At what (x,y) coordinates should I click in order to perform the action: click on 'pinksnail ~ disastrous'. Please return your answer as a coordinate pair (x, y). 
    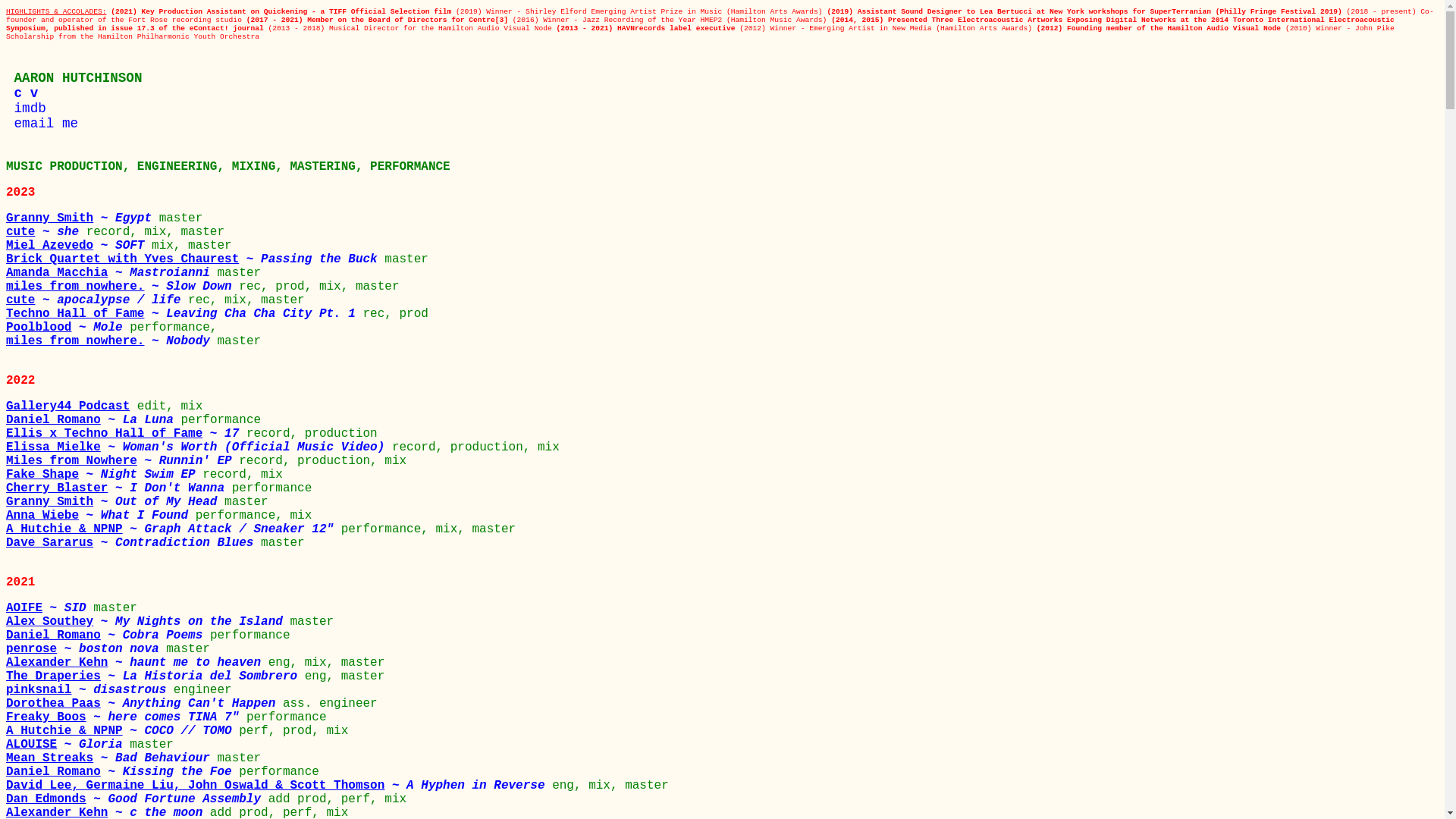
    Looking at the image, I should click on (89, 690).